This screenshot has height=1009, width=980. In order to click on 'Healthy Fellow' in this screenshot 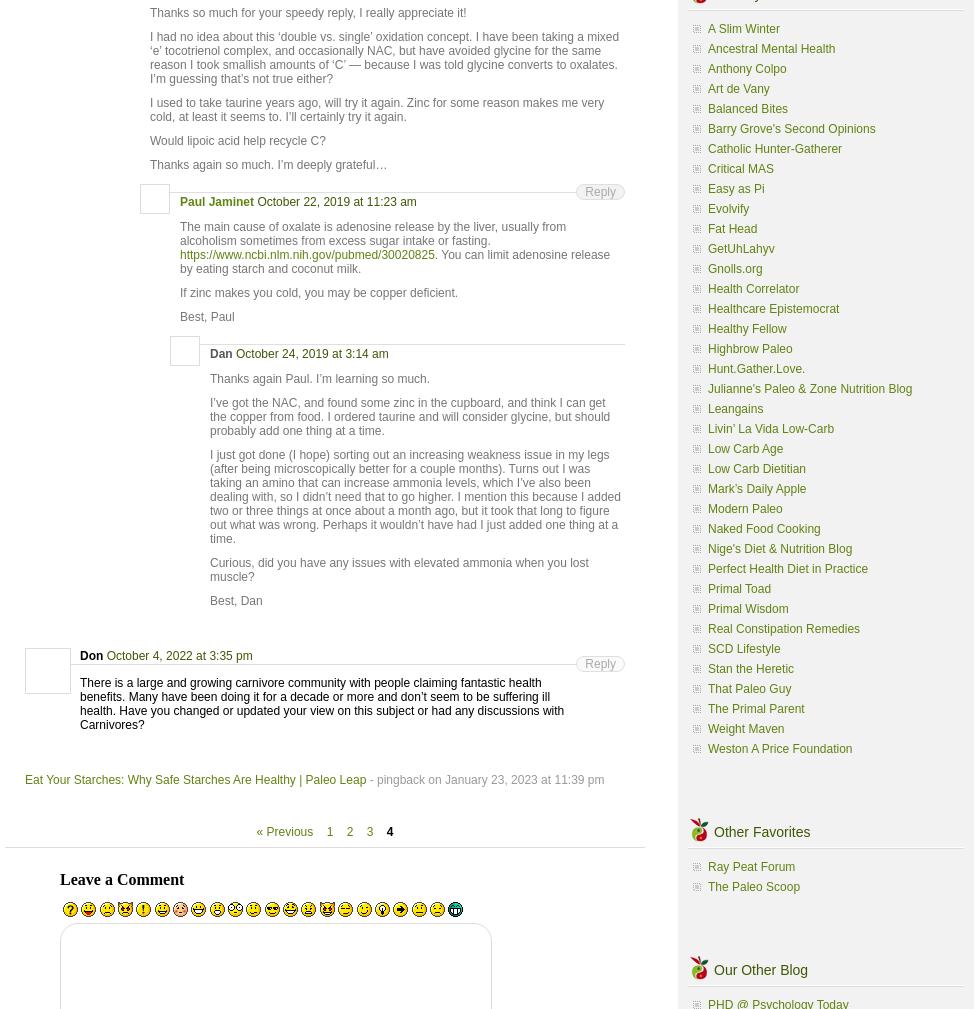, I will do `click(707, 327)`.